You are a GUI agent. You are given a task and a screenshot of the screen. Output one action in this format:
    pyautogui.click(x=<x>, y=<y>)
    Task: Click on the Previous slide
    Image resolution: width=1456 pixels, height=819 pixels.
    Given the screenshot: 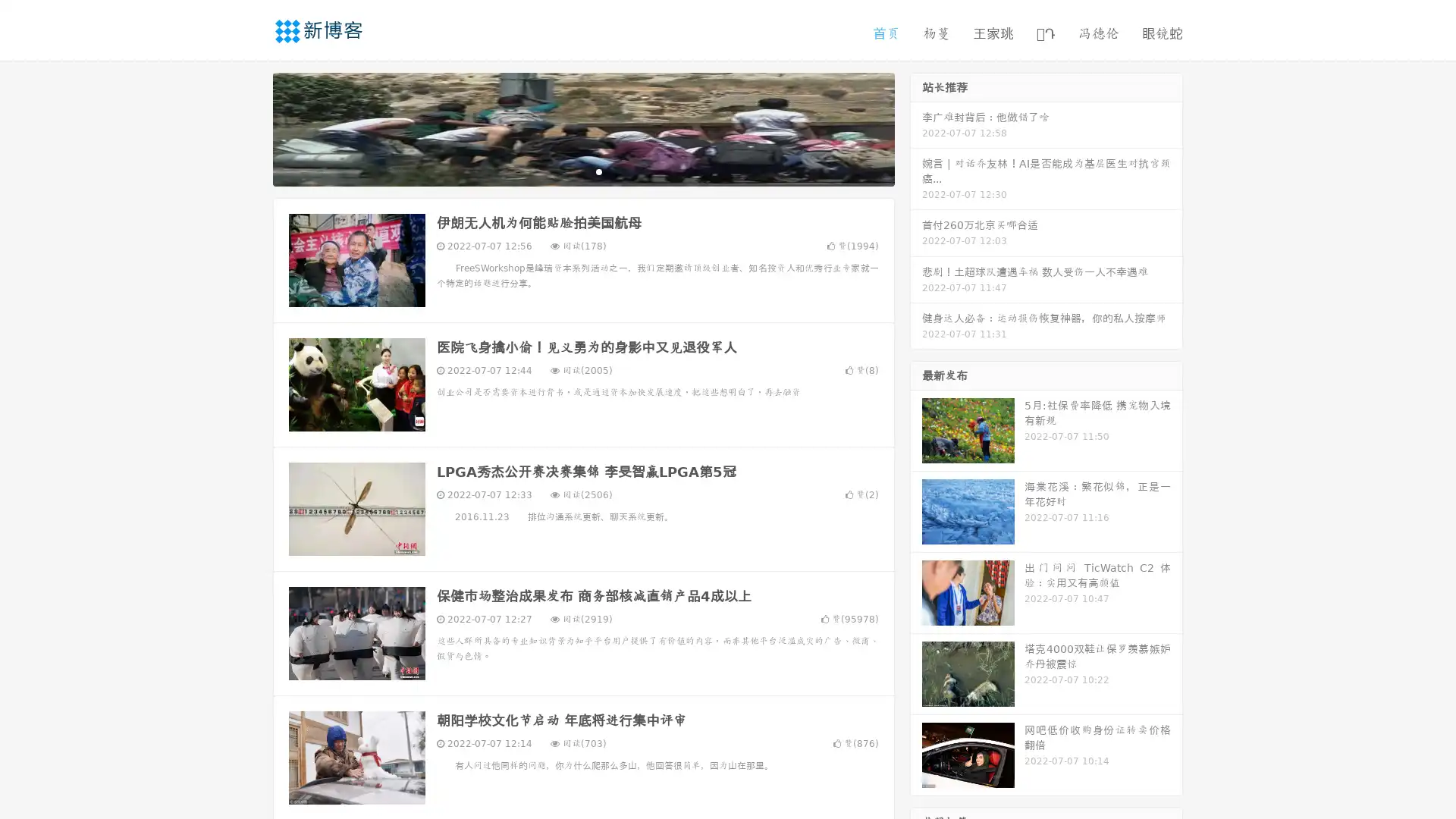 What is the action you would take?
    pyautogui.click(x=250, y=127)
    